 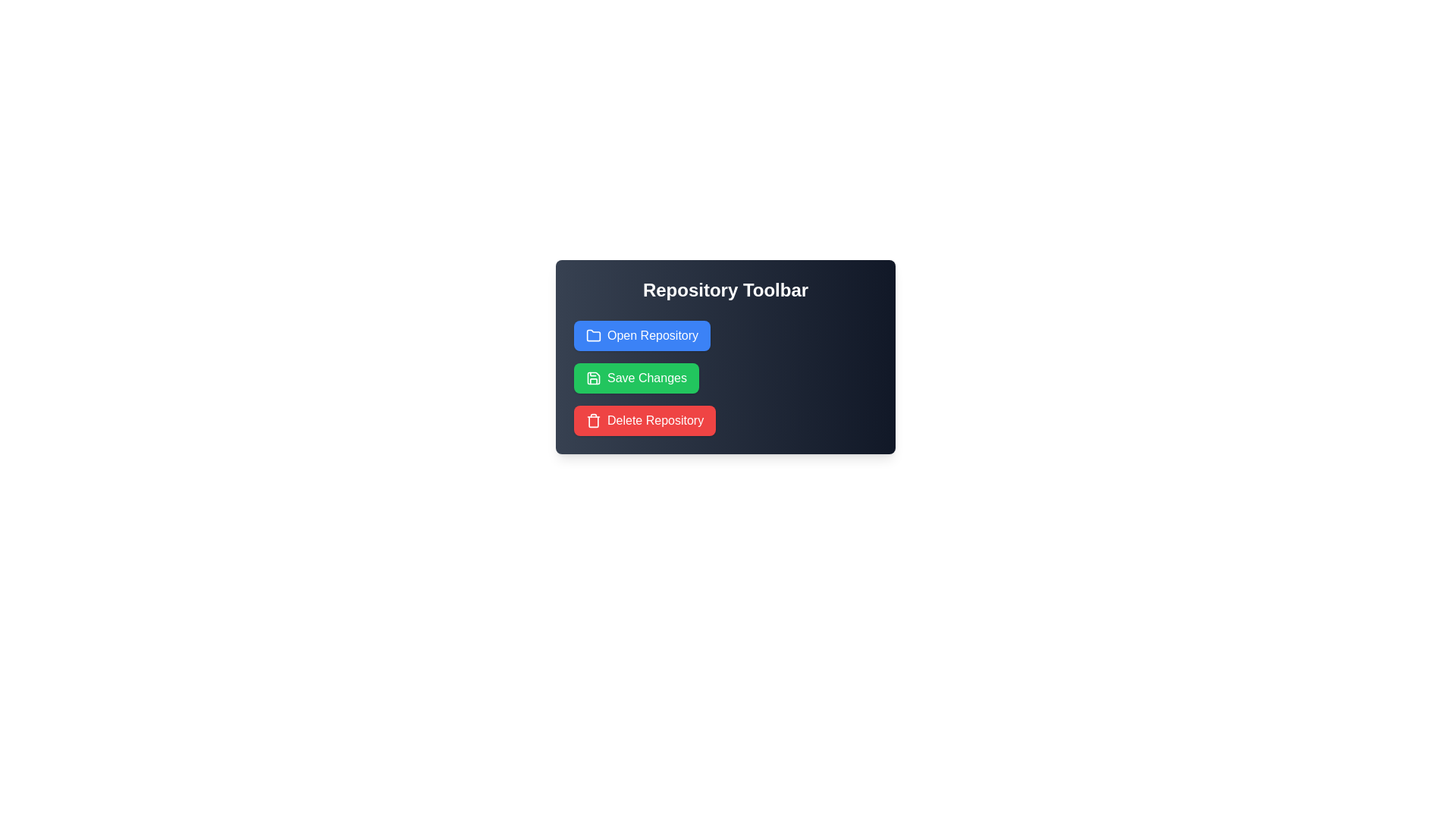 I want to click on the trash bin icon representing 'Delete Repository', which is a vertical rectangular shape with rounded corners, located within the red button at the bottom of the vertical stack, so click(x=592, y=421).